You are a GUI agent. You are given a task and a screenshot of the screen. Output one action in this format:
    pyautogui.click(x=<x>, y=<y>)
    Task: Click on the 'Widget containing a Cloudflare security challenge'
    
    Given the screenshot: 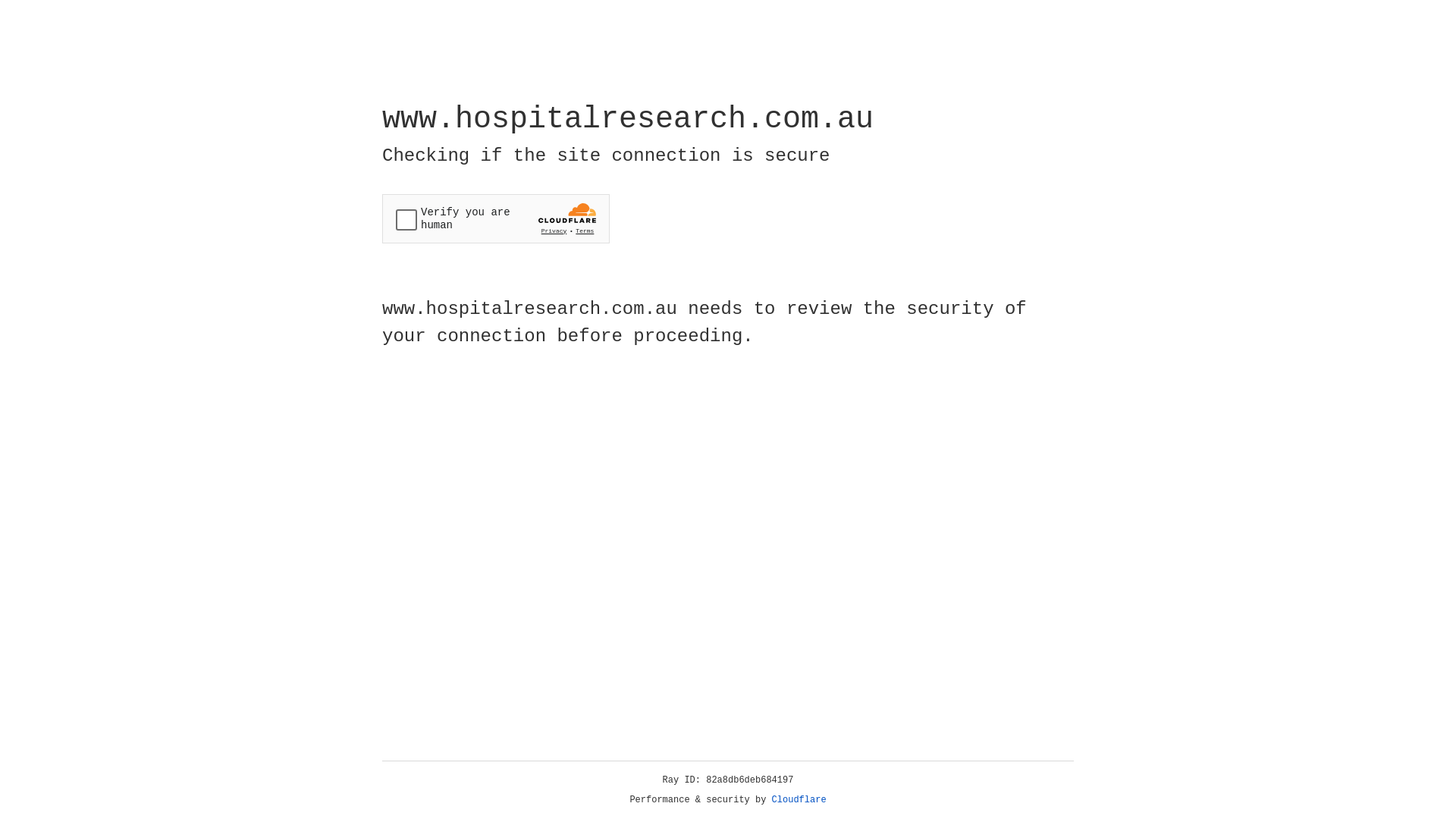 What is the action you would take?
    pyautogui.click(x=495, y=218)
    